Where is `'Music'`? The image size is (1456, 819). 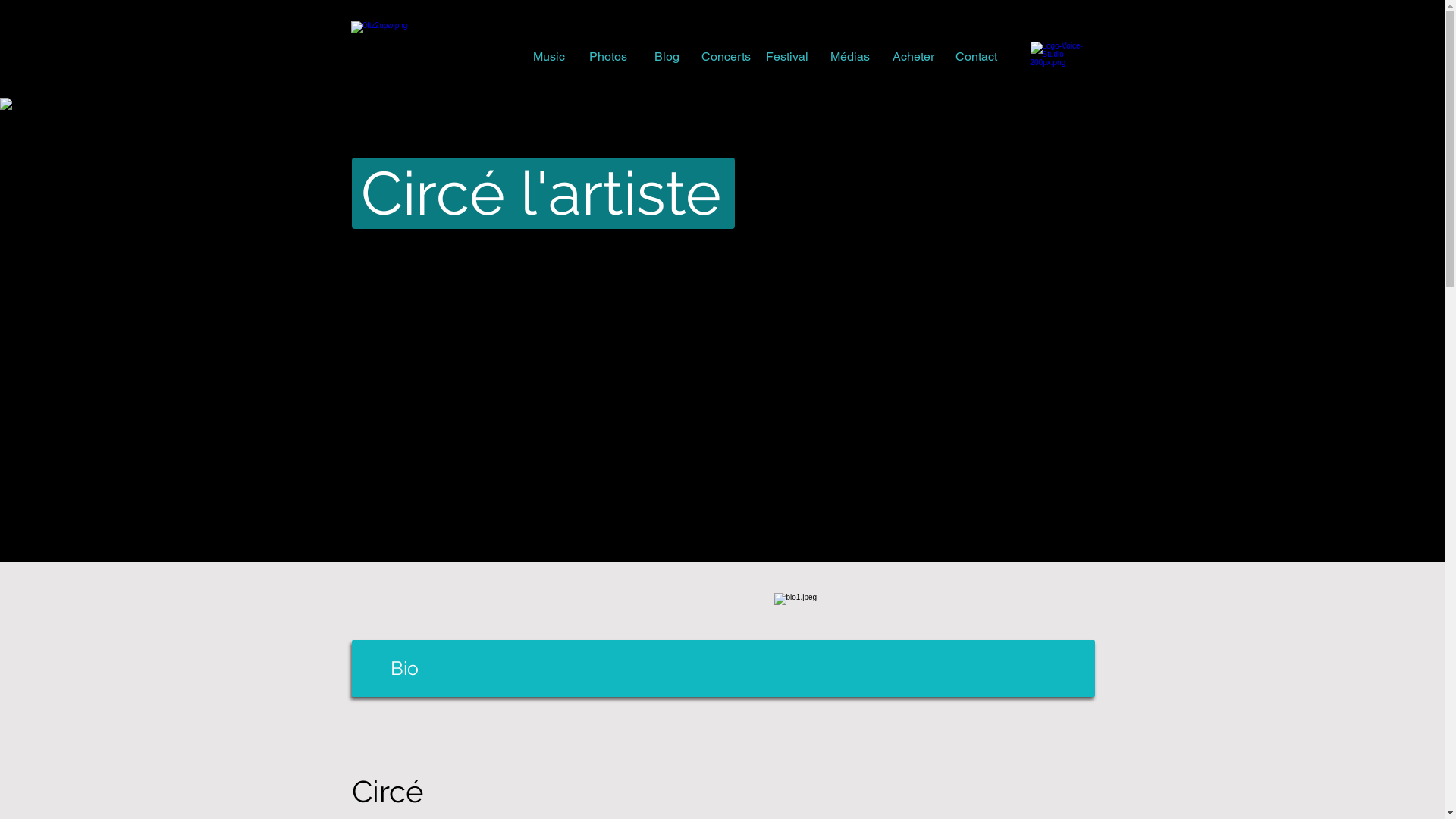
'Music' is located at coordinates (548, 55).